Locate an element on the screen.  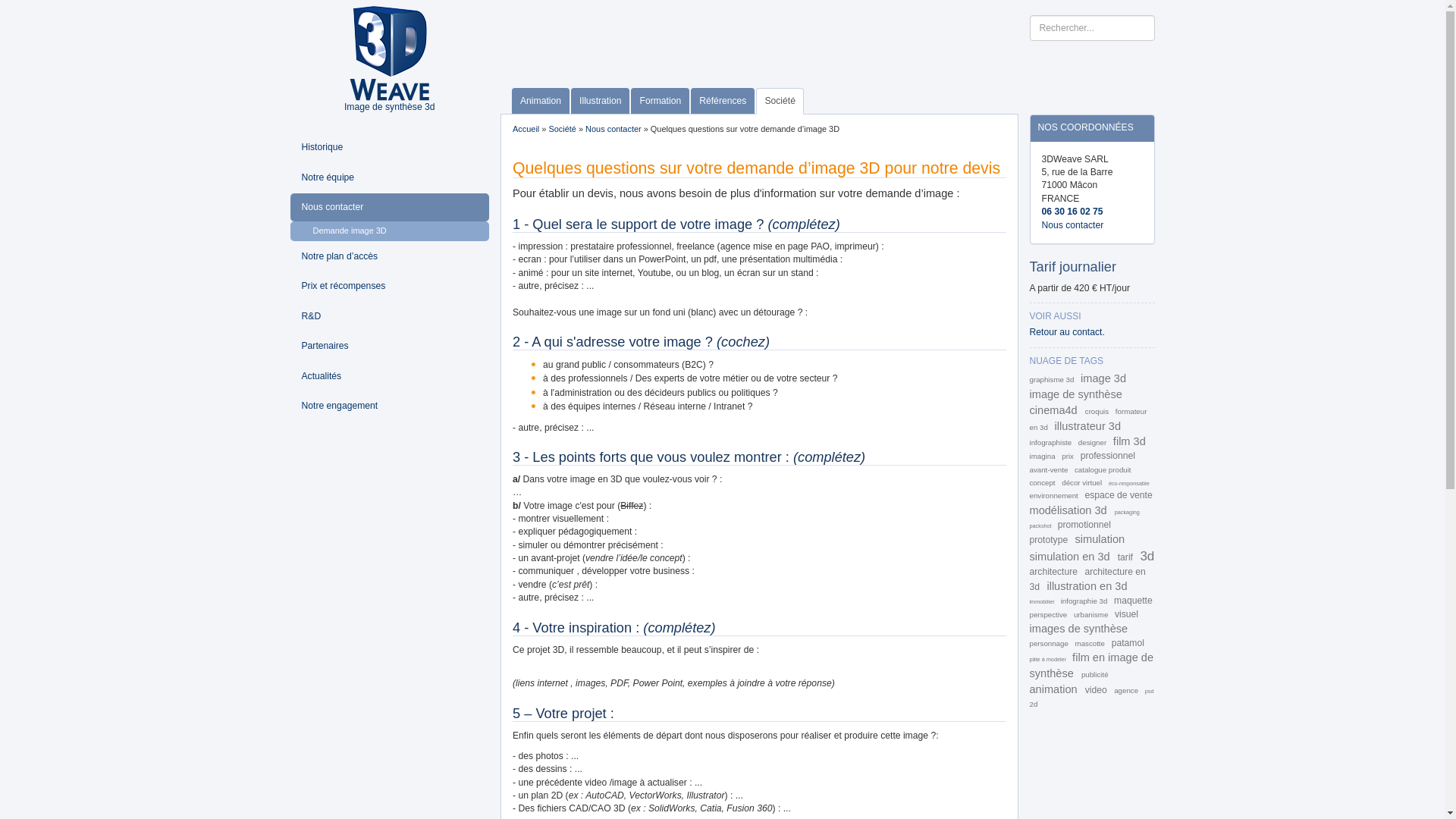
'Demande image 3D' is located at coordinates (389, 231).